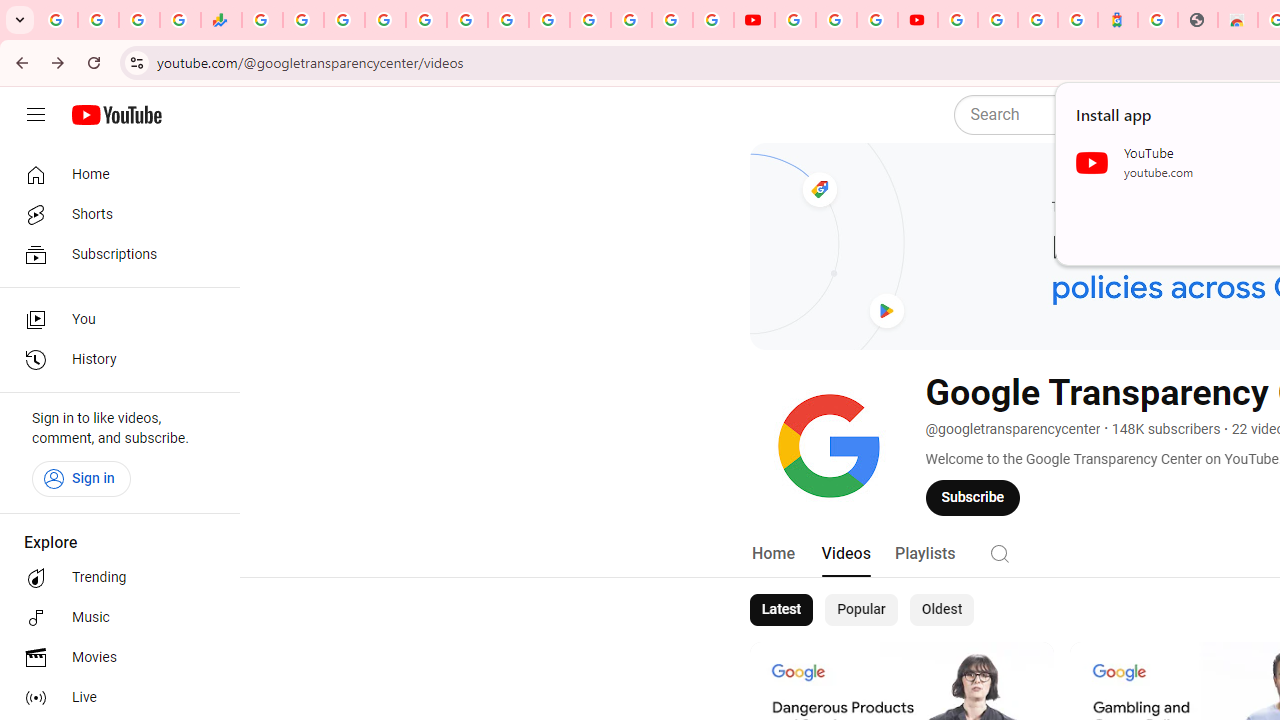 The image size is (1280, 720). Describe the element at coordinates (57, 20) in the screenshot. I see `'Google Workspace Admin Community'` at that location.